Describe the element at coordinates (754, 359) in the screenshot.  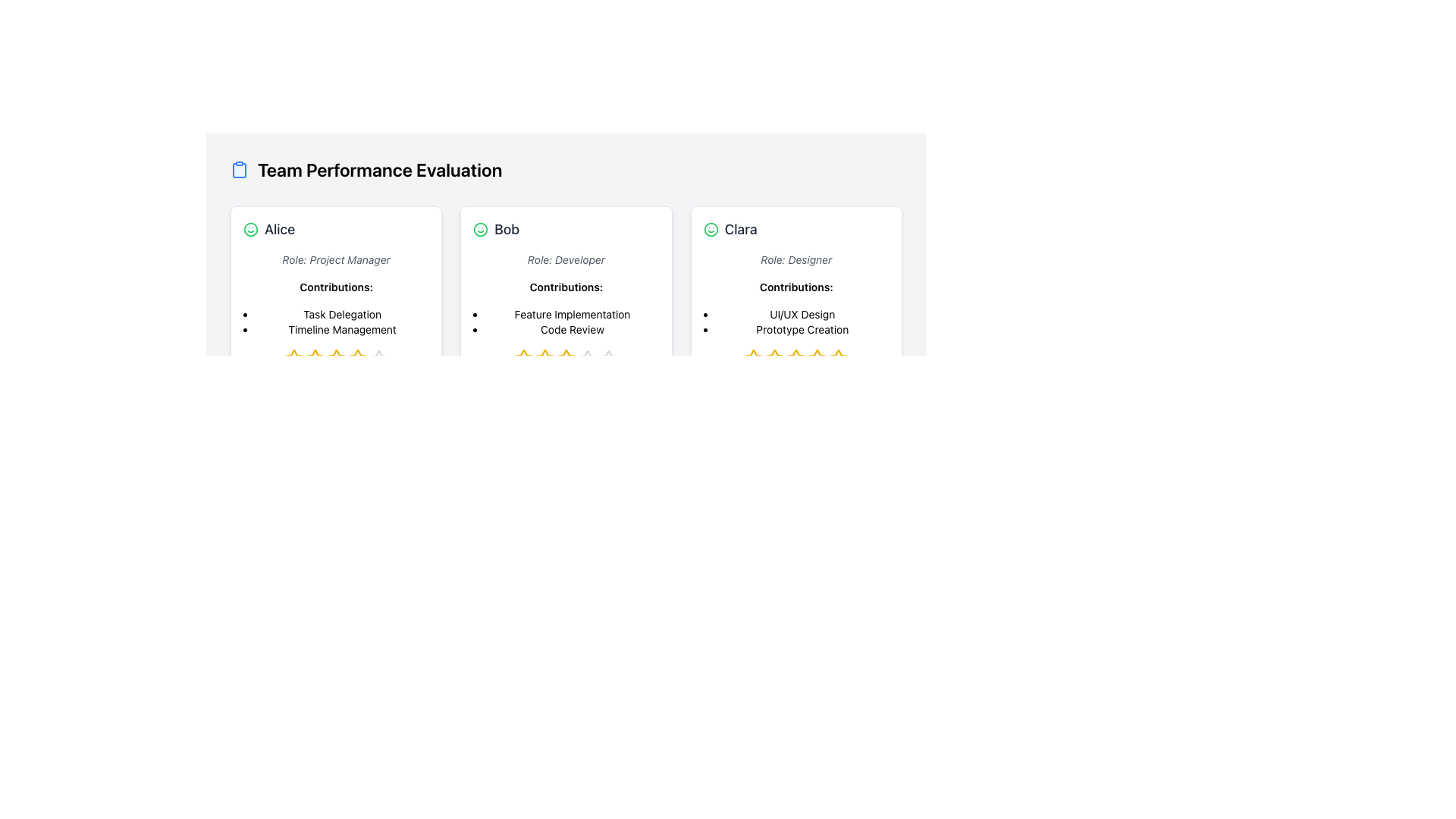
I see `the first yellow star-shaped rating icon located at the bottom of the card under the 'Clara: Role - Designer' section` at that location.